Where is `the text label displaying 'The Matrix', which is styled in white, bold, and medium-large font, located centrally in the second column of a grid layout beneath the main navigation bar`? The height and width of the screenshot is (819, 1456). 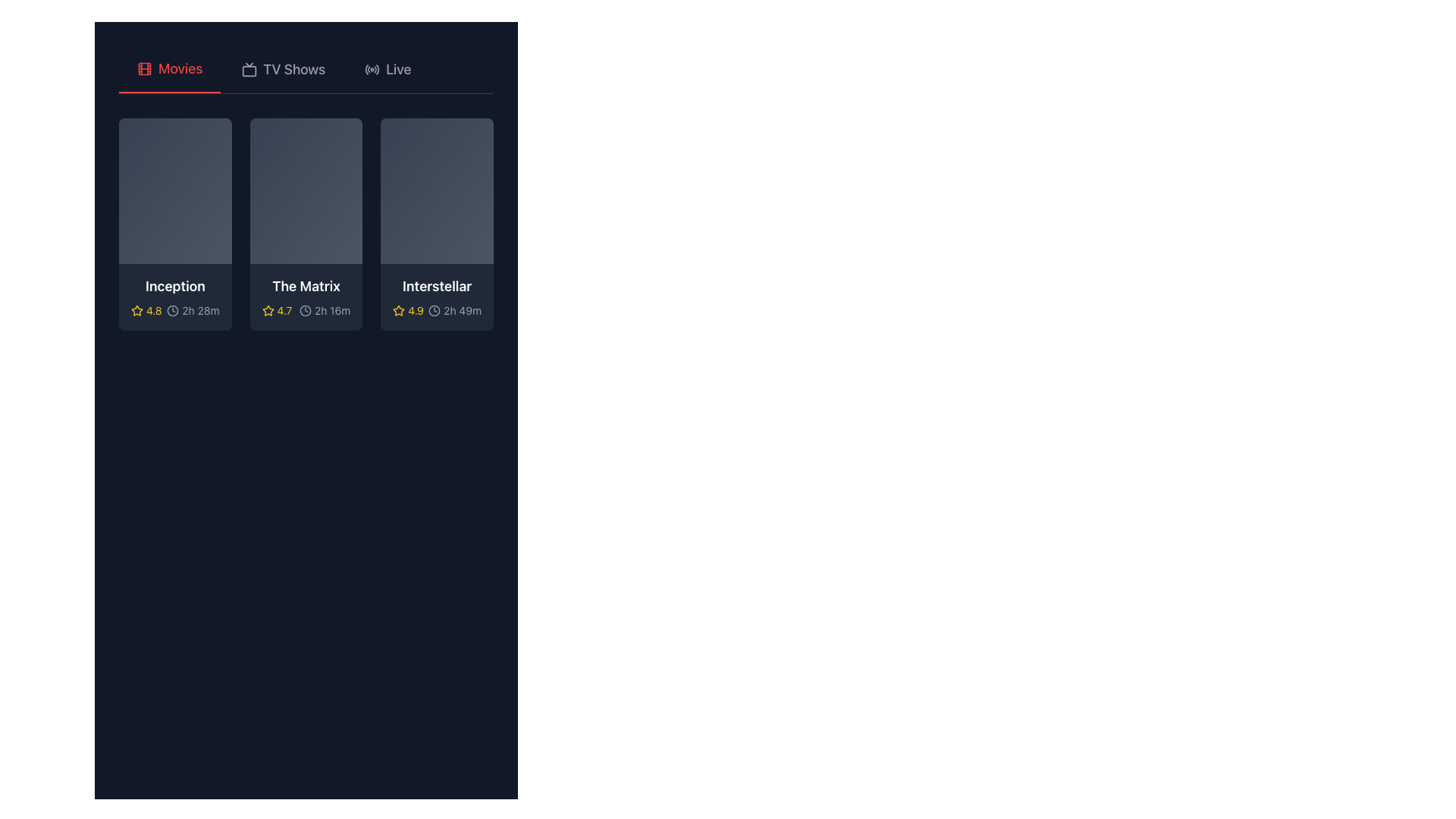 the text label displaying 'The Matrix', which is styled in white, bold, and medium-large font, located centrally in the second column of a grid layout beneath the main navigation bar is located at coordinates (305, 287).